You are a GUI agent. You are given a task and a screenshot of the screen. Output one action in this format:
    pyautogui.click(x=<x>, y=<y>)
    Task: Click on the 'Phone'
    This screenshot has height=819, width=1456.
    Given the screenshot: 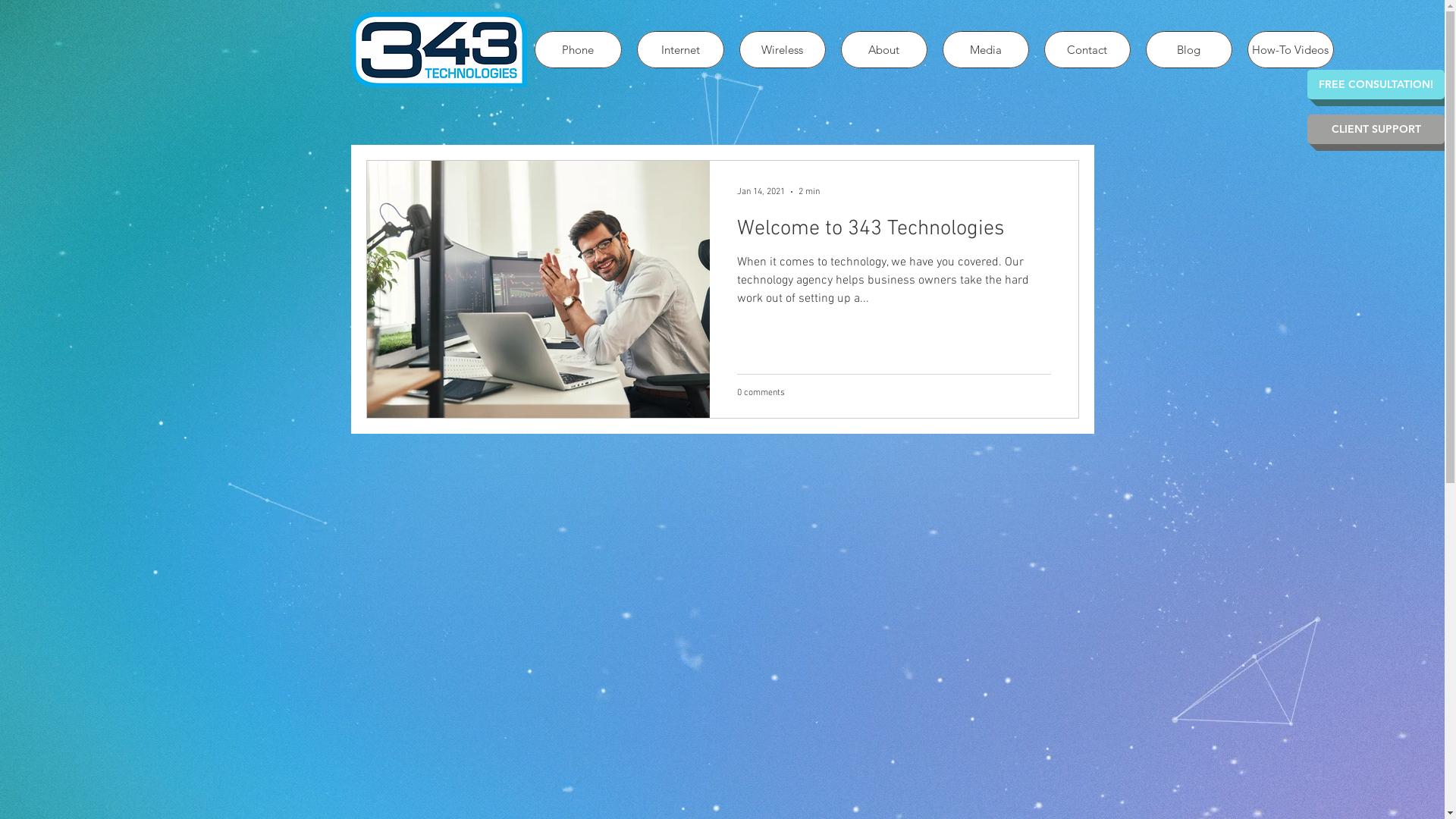 What is the action you would take?
    pyautogui.click(x=576, y=49)
    